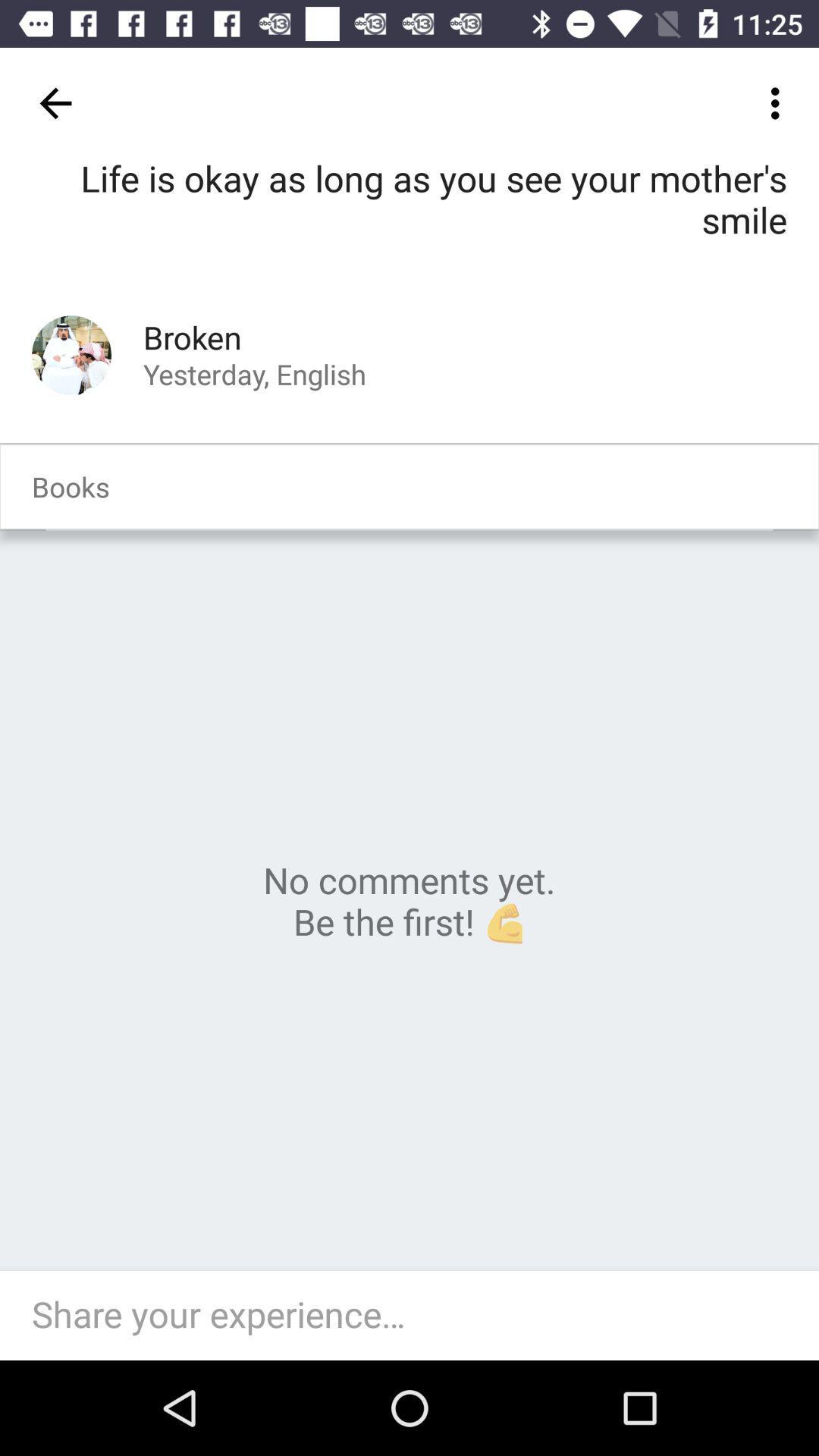 The width and height of the screenshot is (819, 1456). What do you see at coordinates (779, 102) in the screenshot?
I see `item above the life is okay` at bounding box center [779, 102].